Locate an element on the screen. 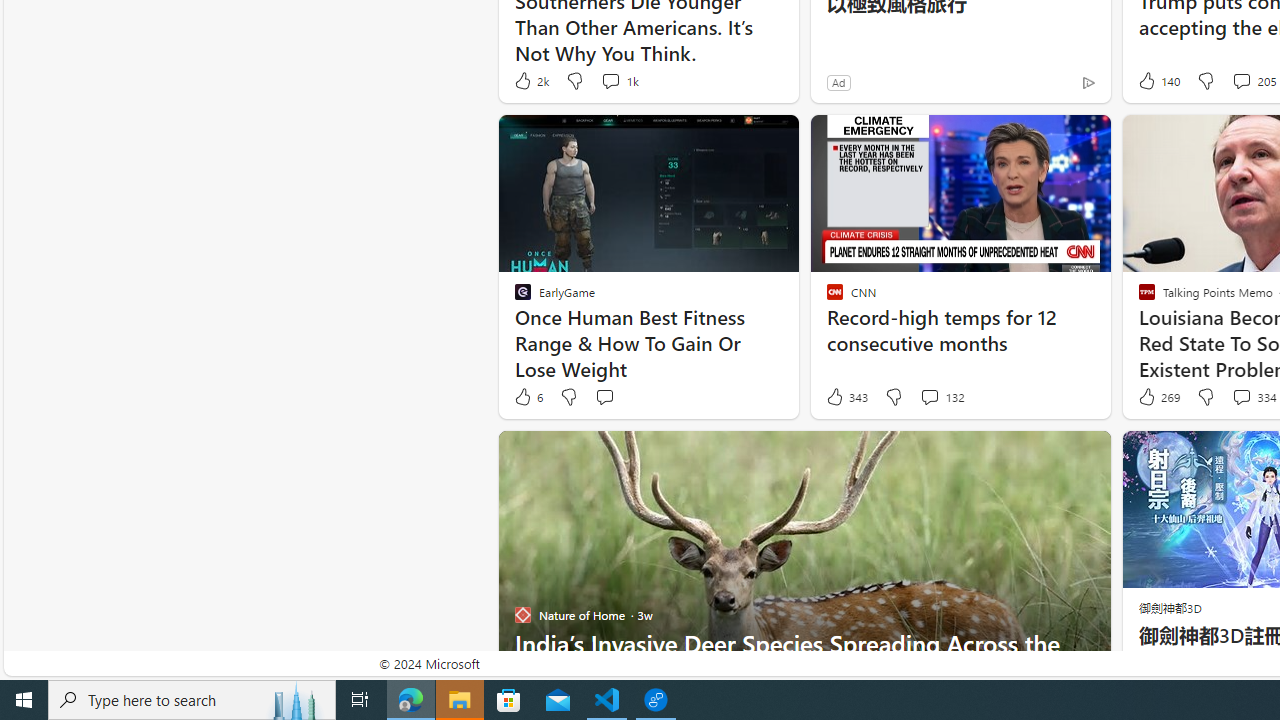 Image resolution: width=1280 pixels, height=720 pixels. 'View comments 132 Comment' is located at coordinates (941, 397).